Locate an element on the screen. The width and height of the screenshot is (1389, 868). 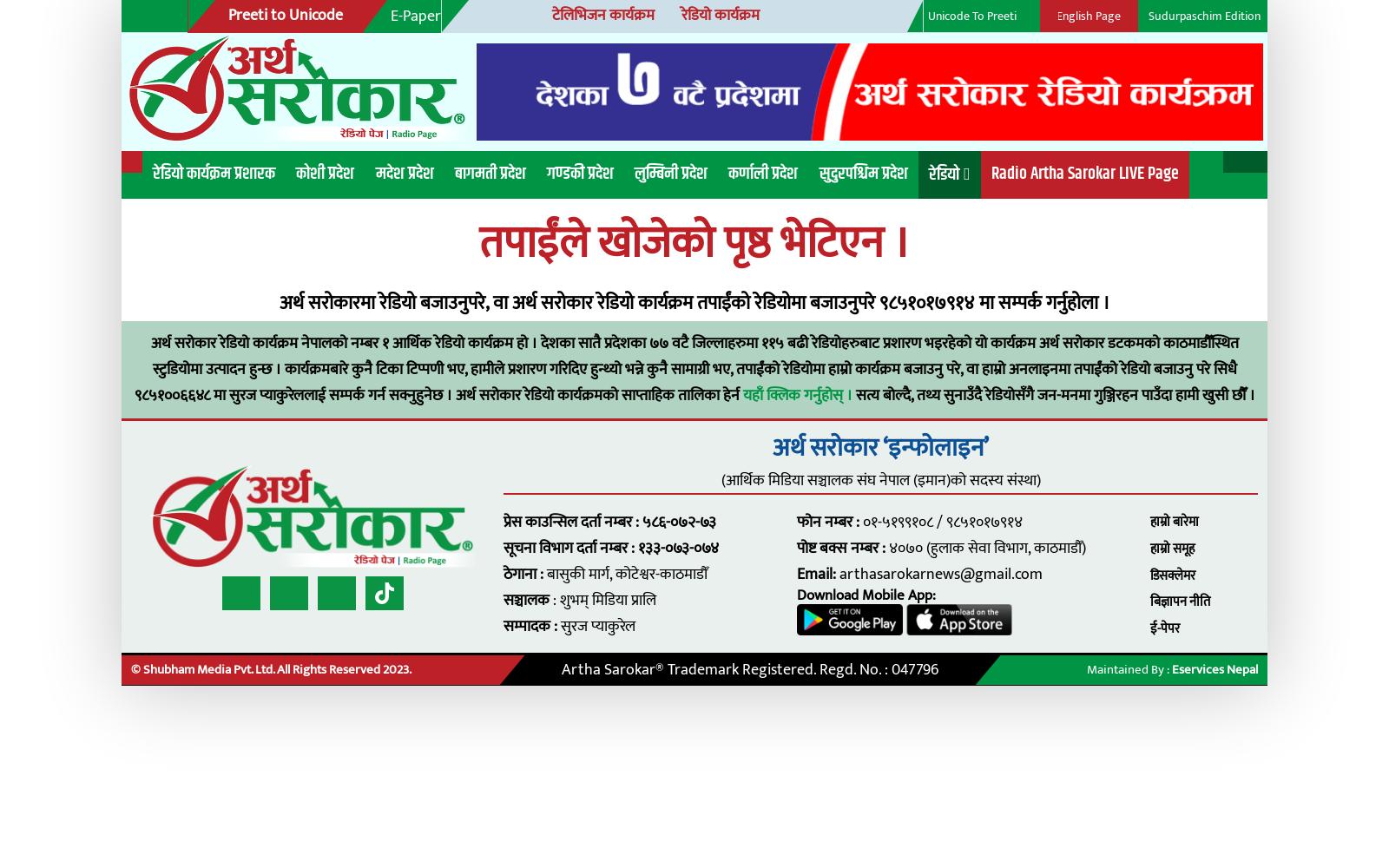
'arthasarokarnews@gmail.com' is located at coordinates (854, 520).